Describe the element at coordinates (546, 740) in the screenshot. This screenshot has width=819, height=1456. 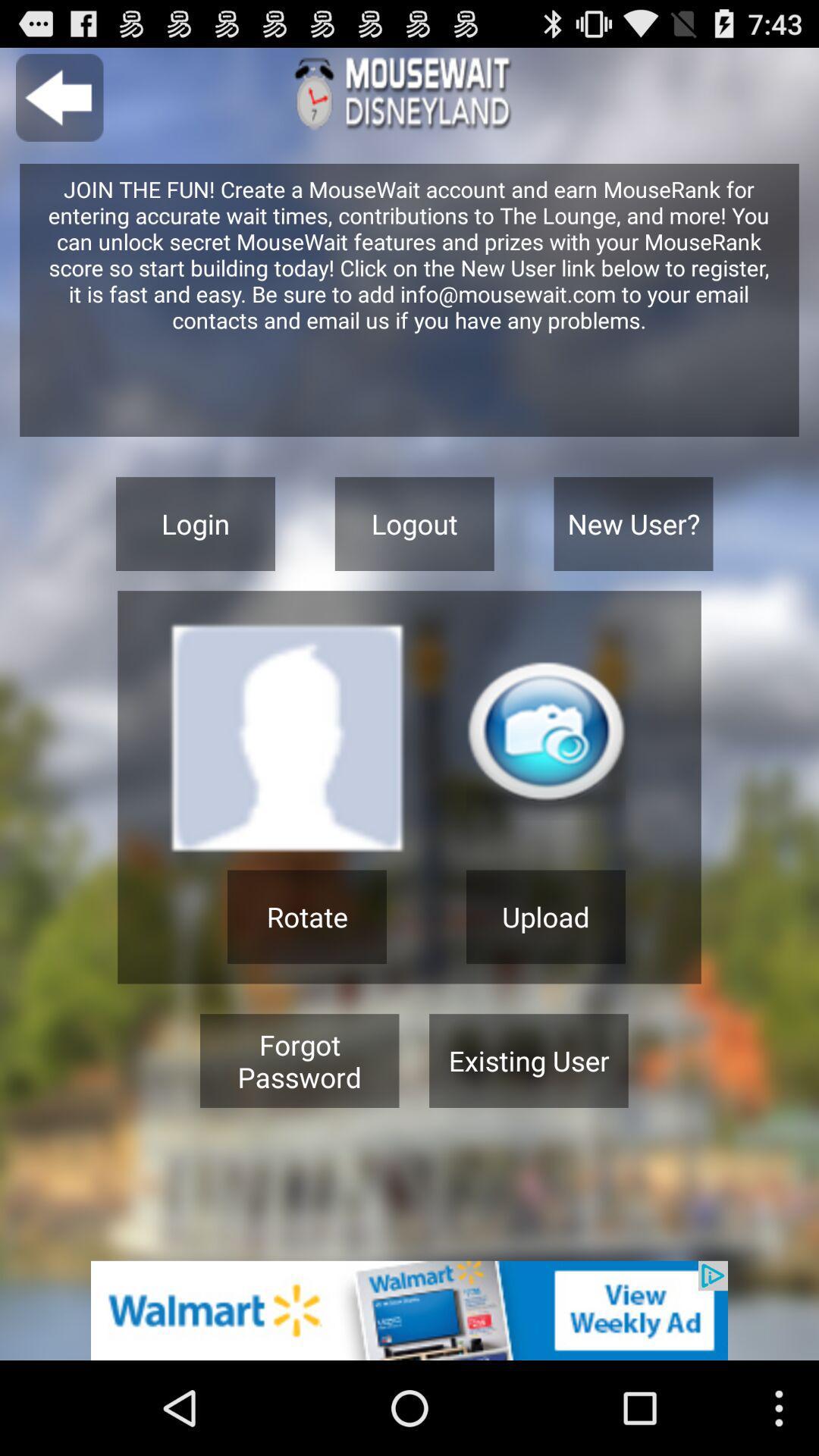
I see `upload photo` at that location.